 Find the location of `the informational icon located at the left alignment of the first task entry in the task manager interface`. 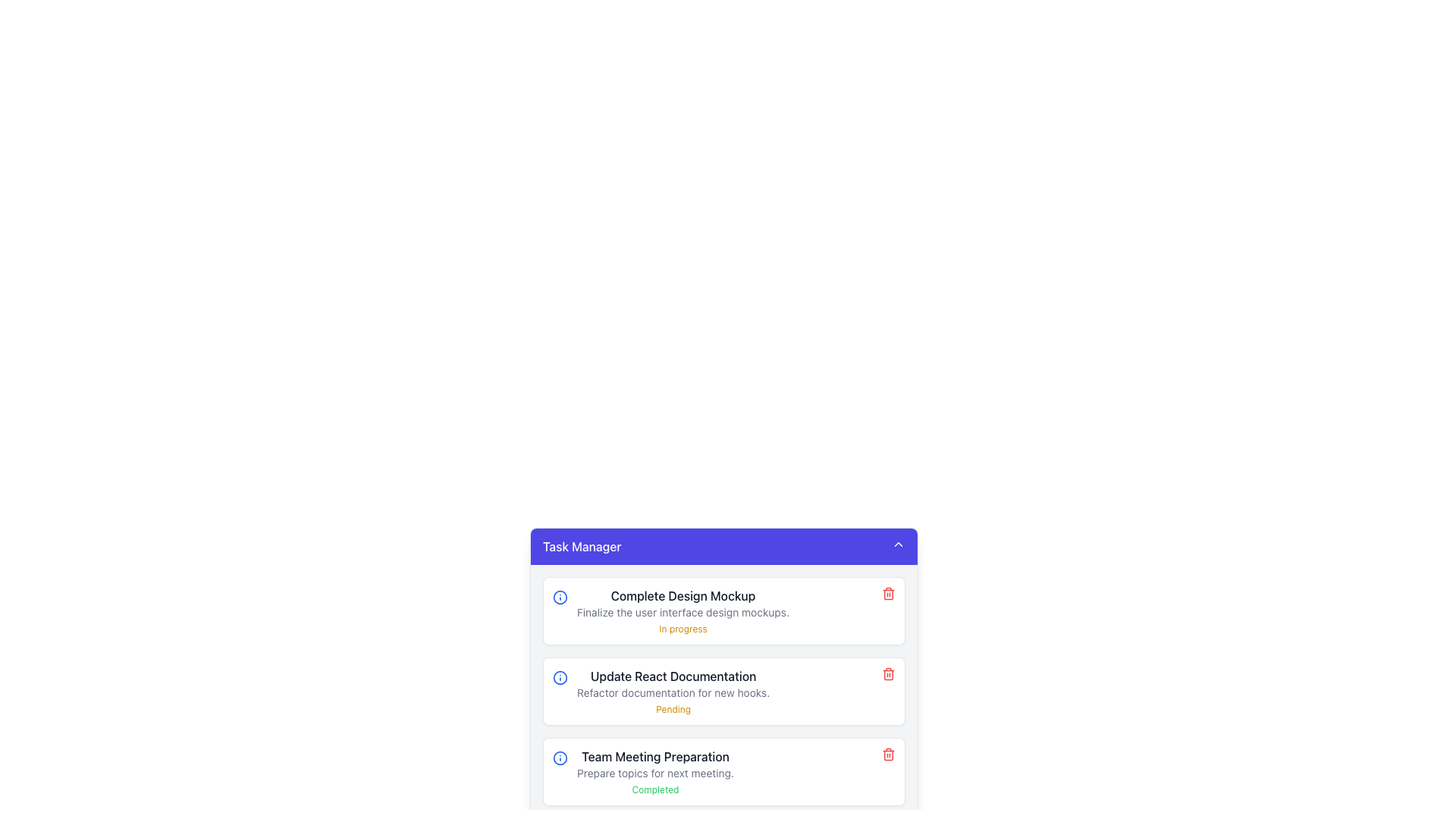

the informational icon located at the left alignment of the first task entry in the task manager interface is located at coordinates (560, 596).